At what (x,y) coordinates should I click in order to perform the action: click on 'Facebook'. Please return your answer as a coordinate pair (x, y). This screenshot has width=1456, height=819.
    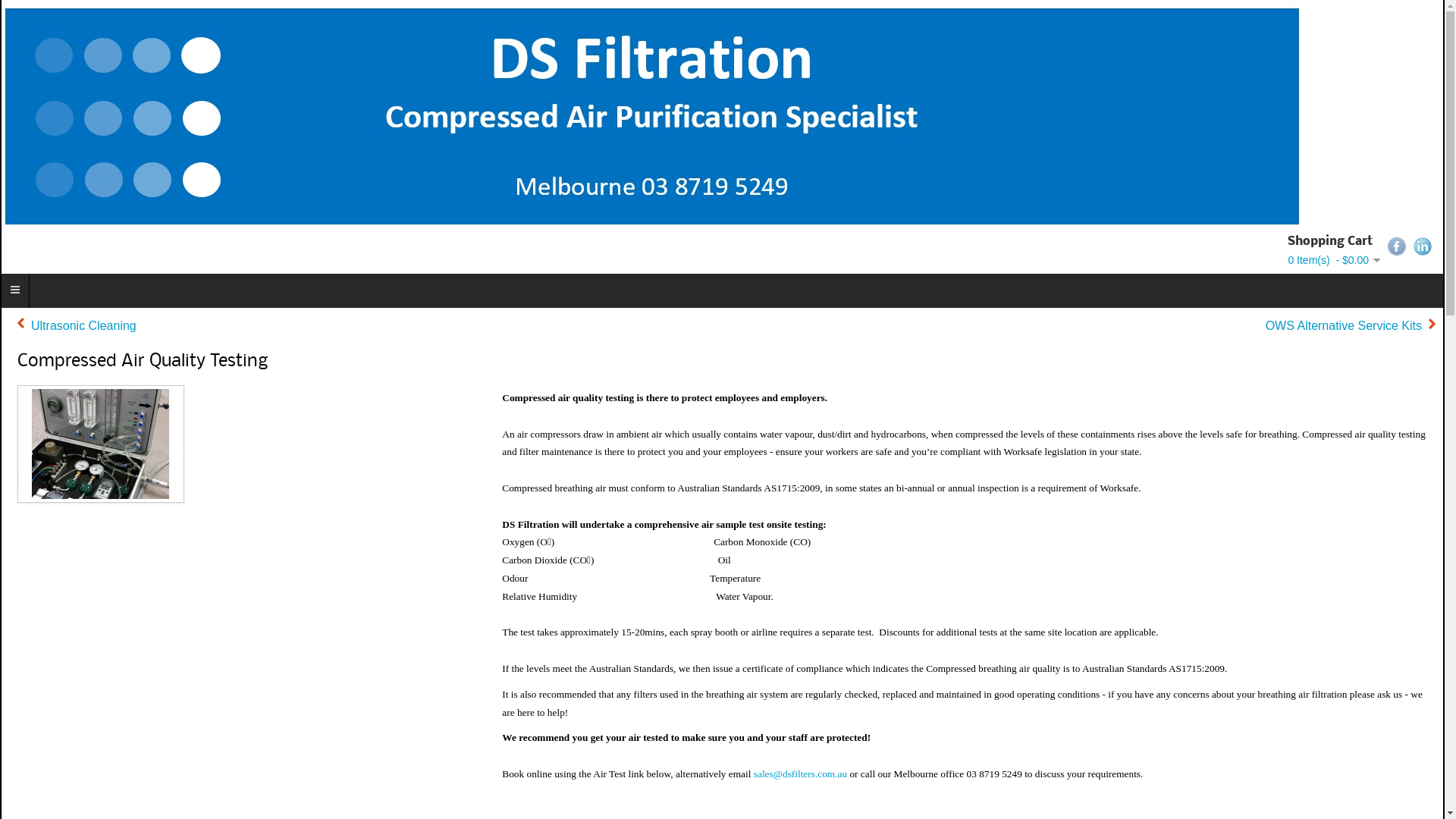
    Looking at the image, I should click on (1396, 245).